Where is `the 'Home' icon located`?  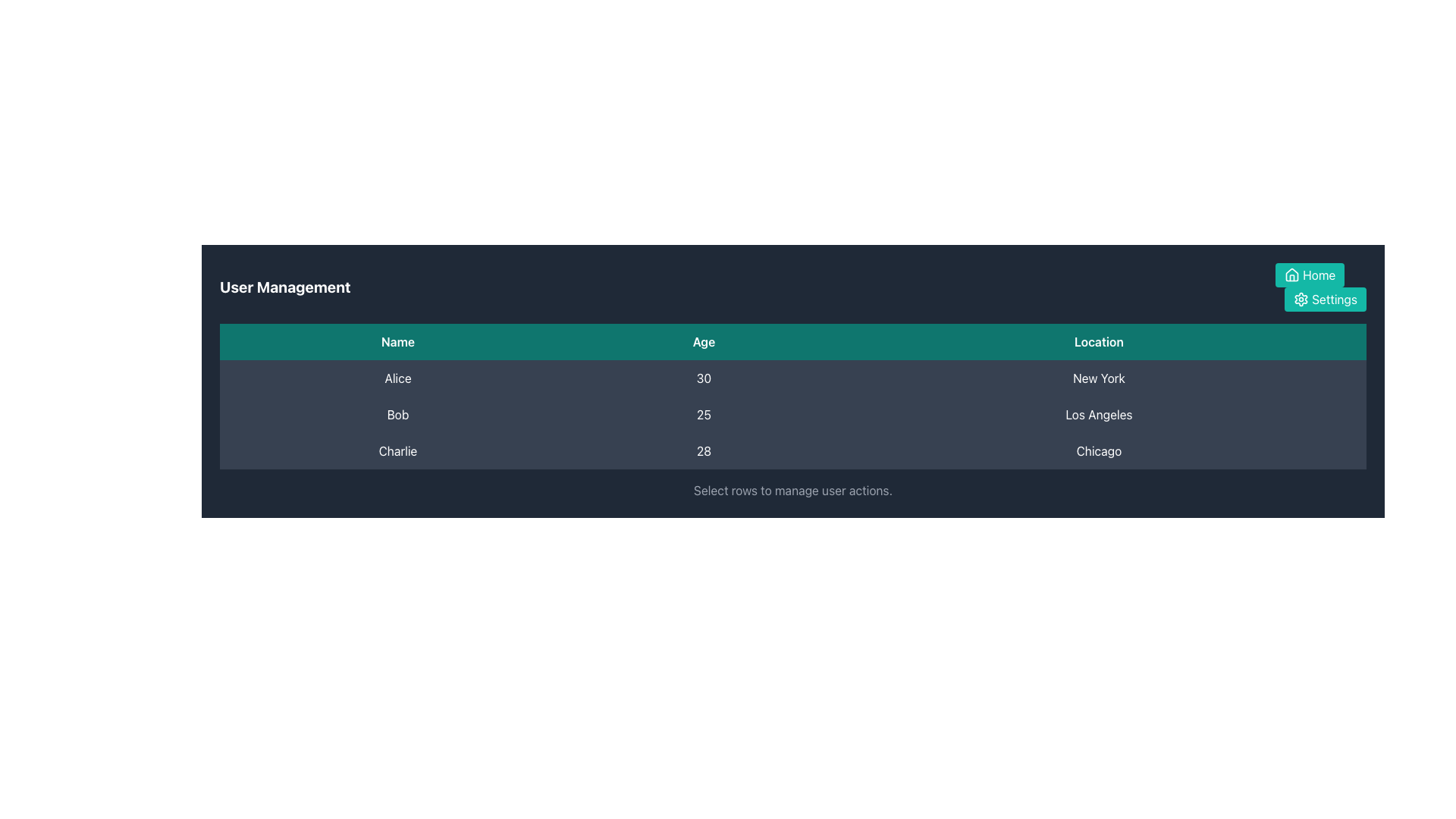 the 'Home' icon located is located at coordinates (1291, 275).